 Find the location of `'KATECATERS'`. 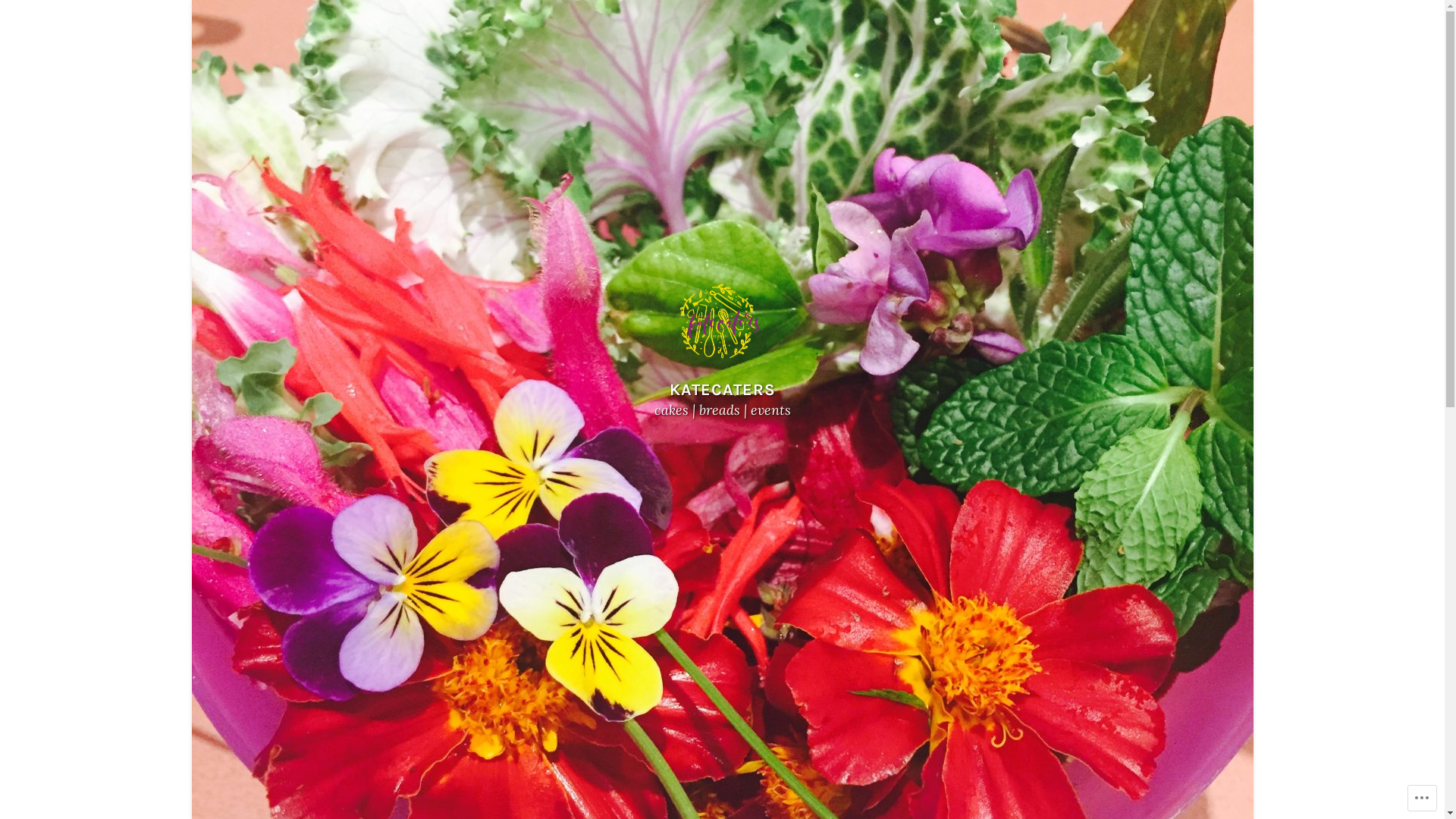

'KATECATERS' is located at coordinates (720, 388).